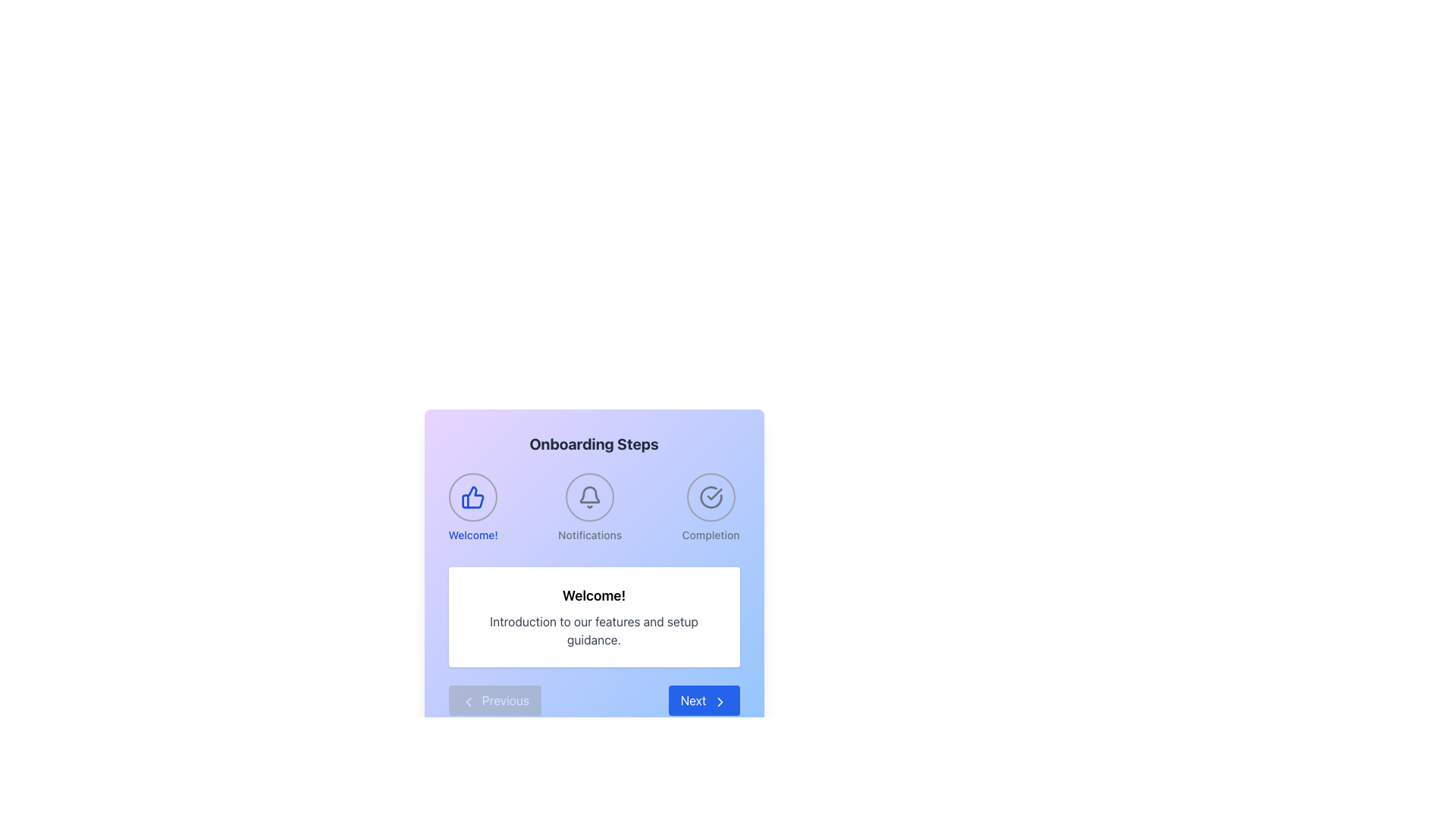  I want to click on the Grouped Navigation Indicators located at the top center of the interface, below the title 'Onboarding Steps', to get more information about the onboarding steps, so click(593, 508).